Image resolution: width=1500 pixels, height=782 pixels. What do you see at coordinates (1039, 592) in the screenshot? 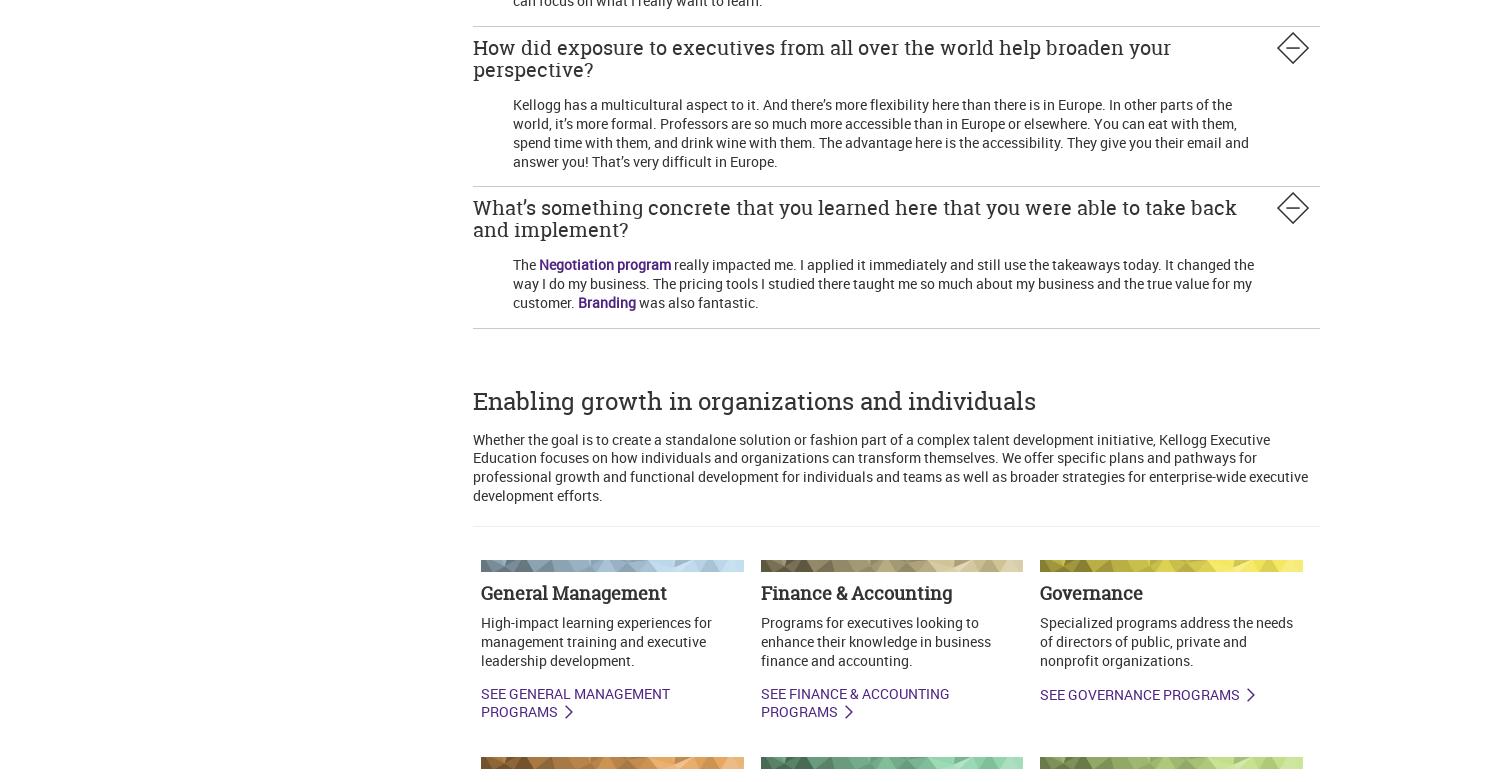
I see `'Governance'` at bounding box center [1039, 592].